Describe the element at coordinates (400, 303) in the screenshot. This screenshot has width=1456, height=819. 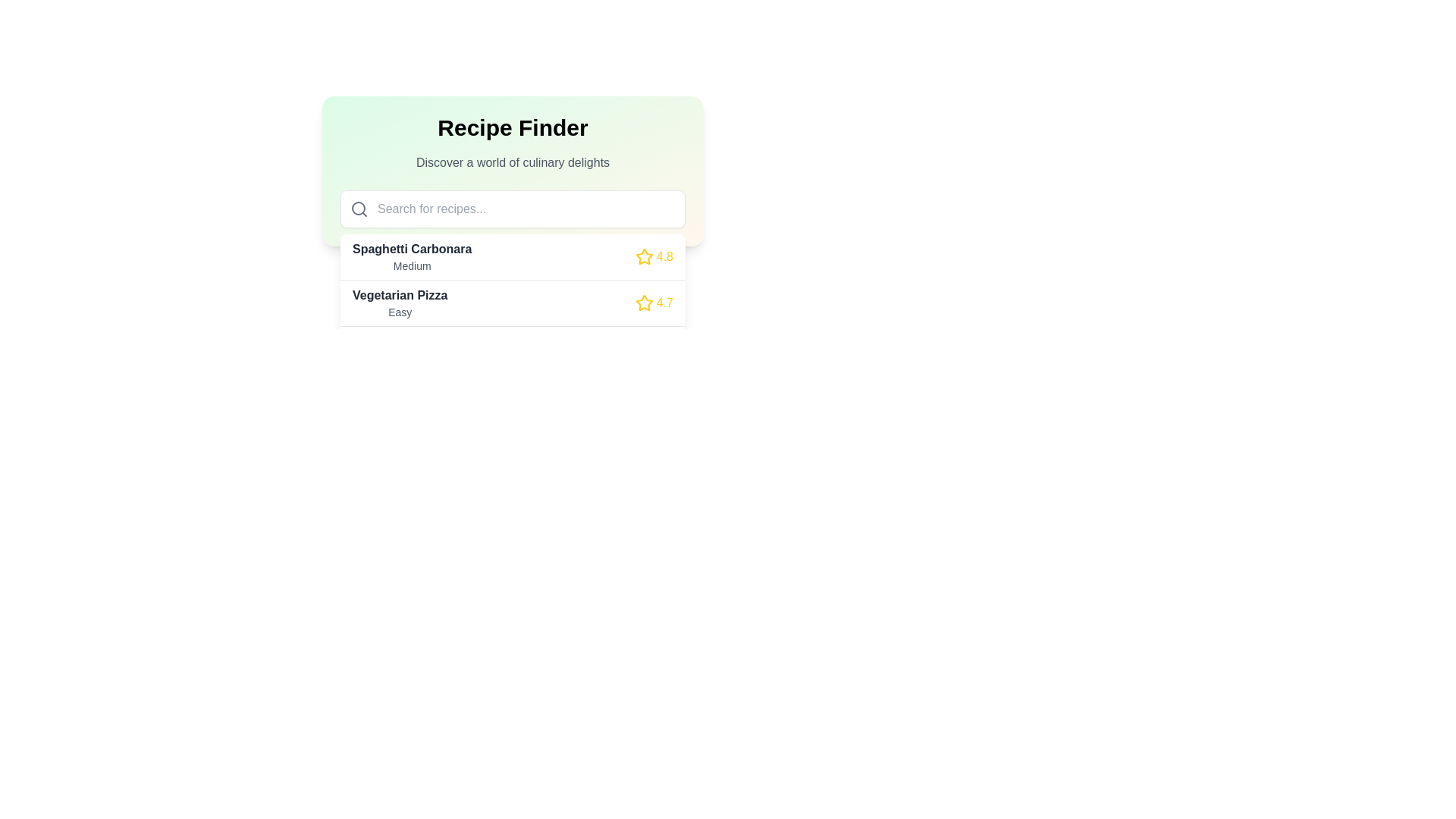
I see `the 'Vegetarian Pizza' text element which is bold and has 'Easy' in a smaller grey font underneath, located as the second item in the list within the 'Recipe Finder' interface` at that location.